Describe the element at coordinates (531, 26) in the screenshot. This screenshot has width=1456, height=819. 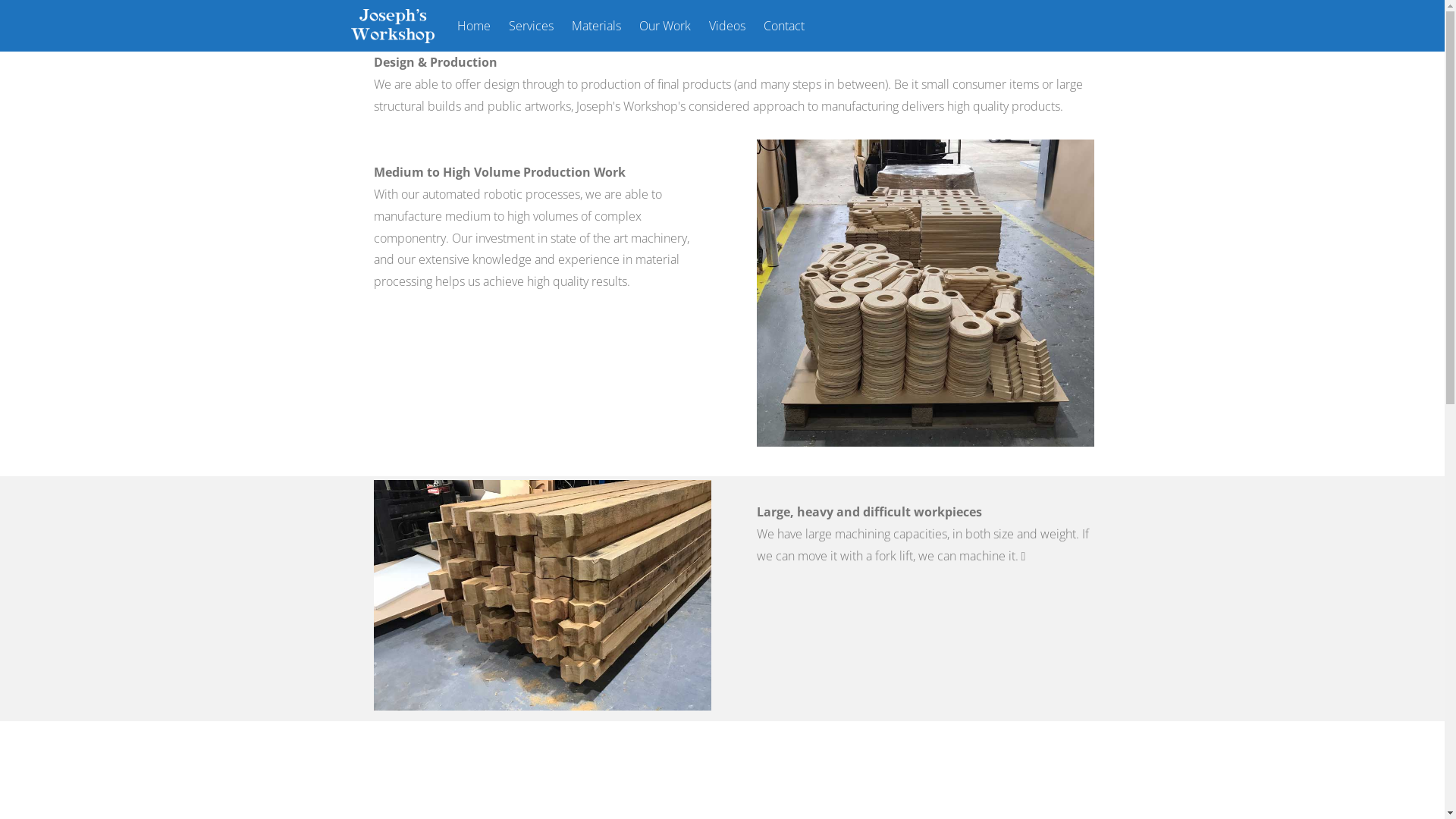
I see `'Services'` at that location.